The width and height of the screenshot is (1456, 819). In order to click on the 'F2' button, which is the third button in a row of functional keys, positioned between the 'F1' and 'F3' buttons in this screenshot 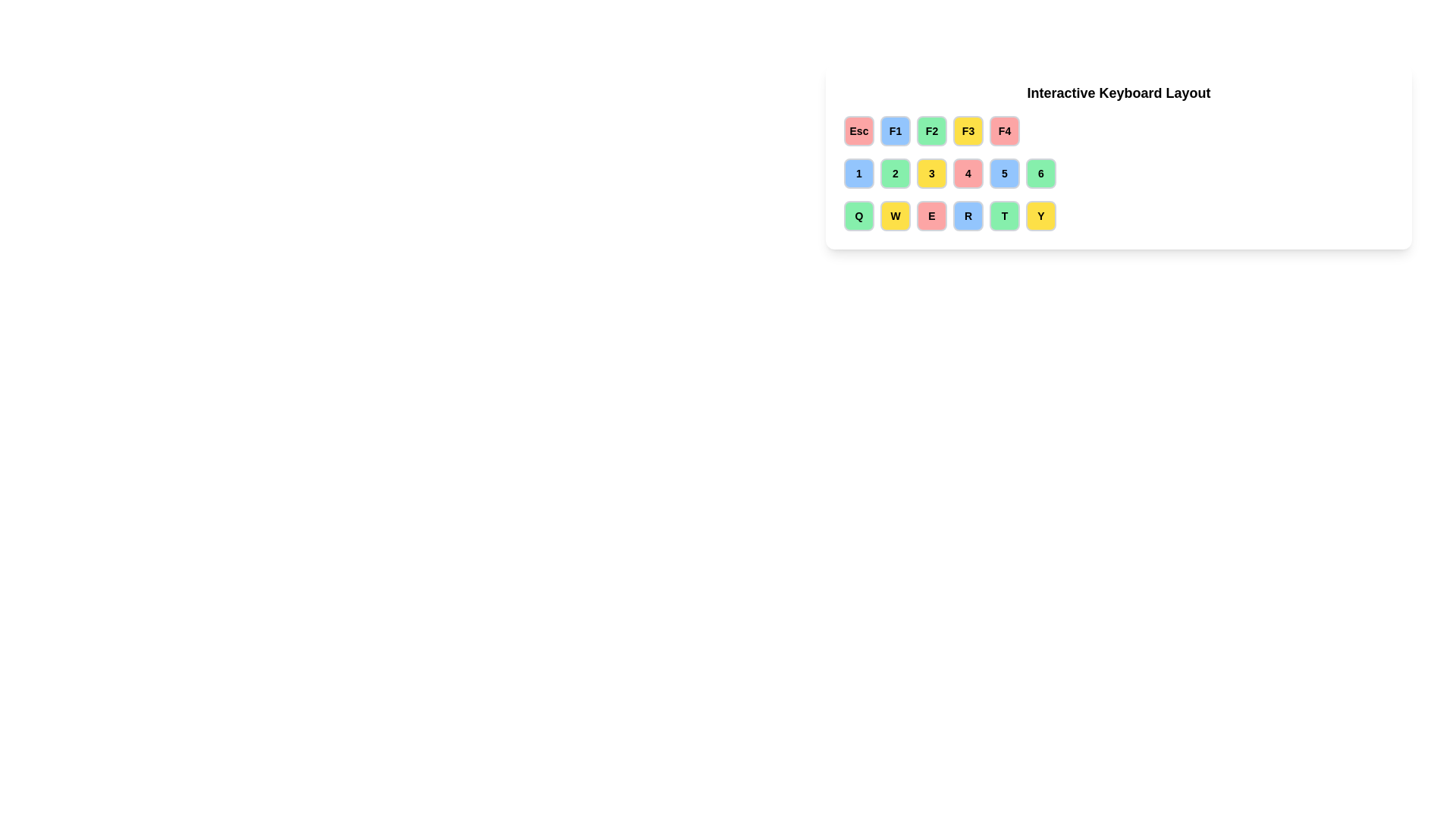, I will do `click(930, 130)`.